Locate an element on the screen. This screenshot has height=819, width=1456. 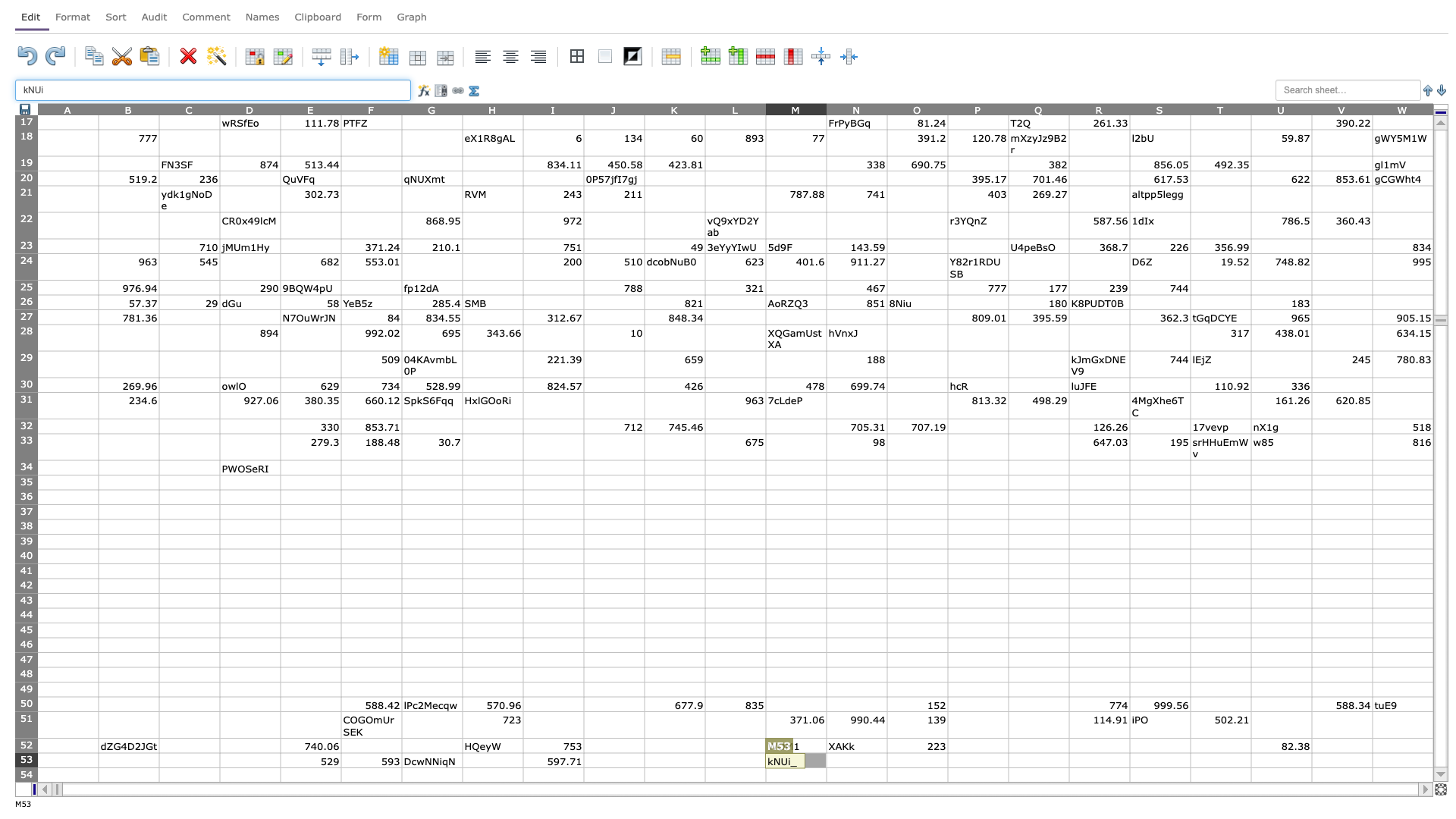
top left corner of N53 is located at coordinates (825, 752).